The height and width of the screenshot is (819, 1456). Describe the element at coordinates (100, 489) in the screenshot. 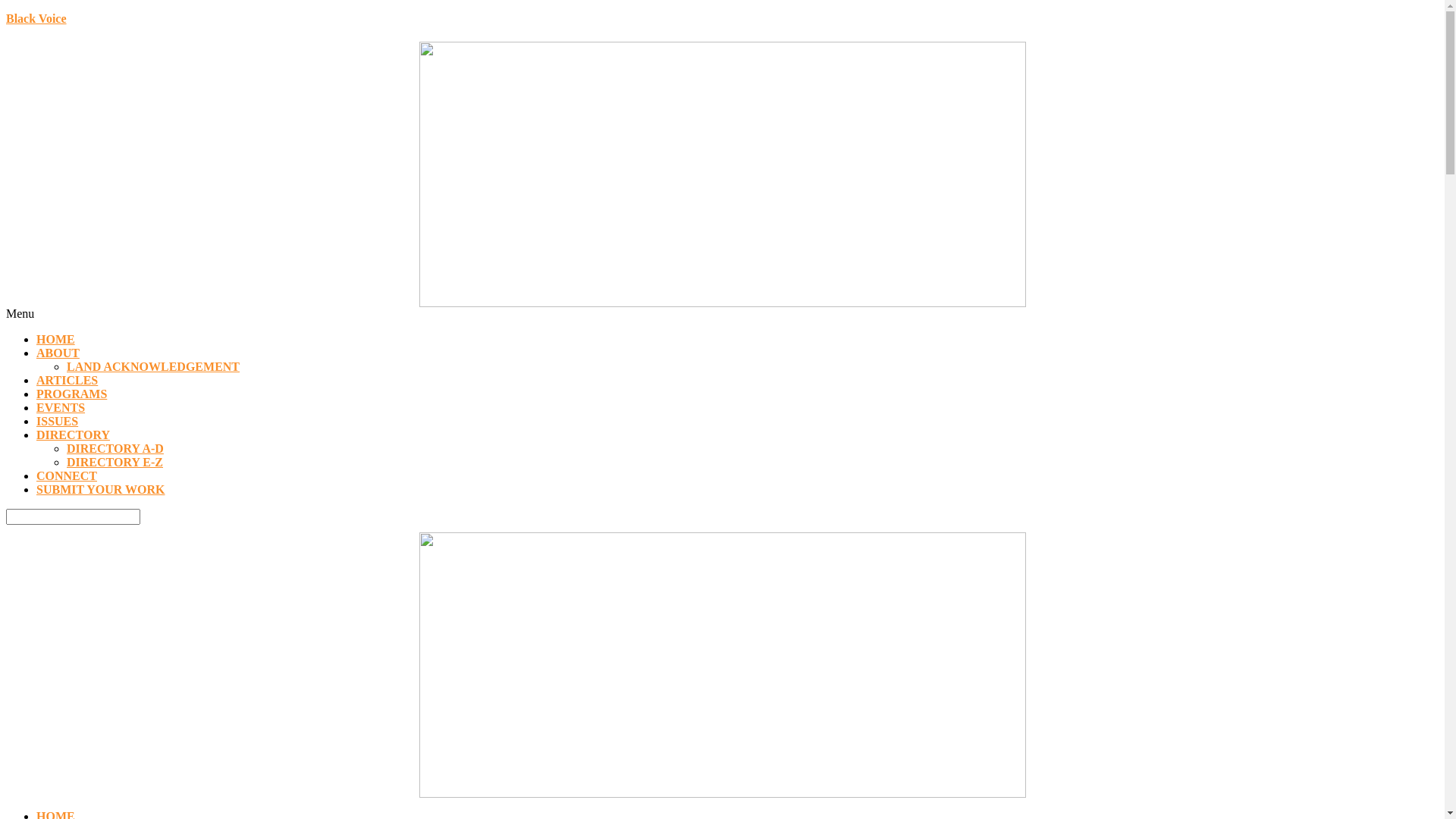

I see `'SUBMIT YOUR WORK'` at that location.